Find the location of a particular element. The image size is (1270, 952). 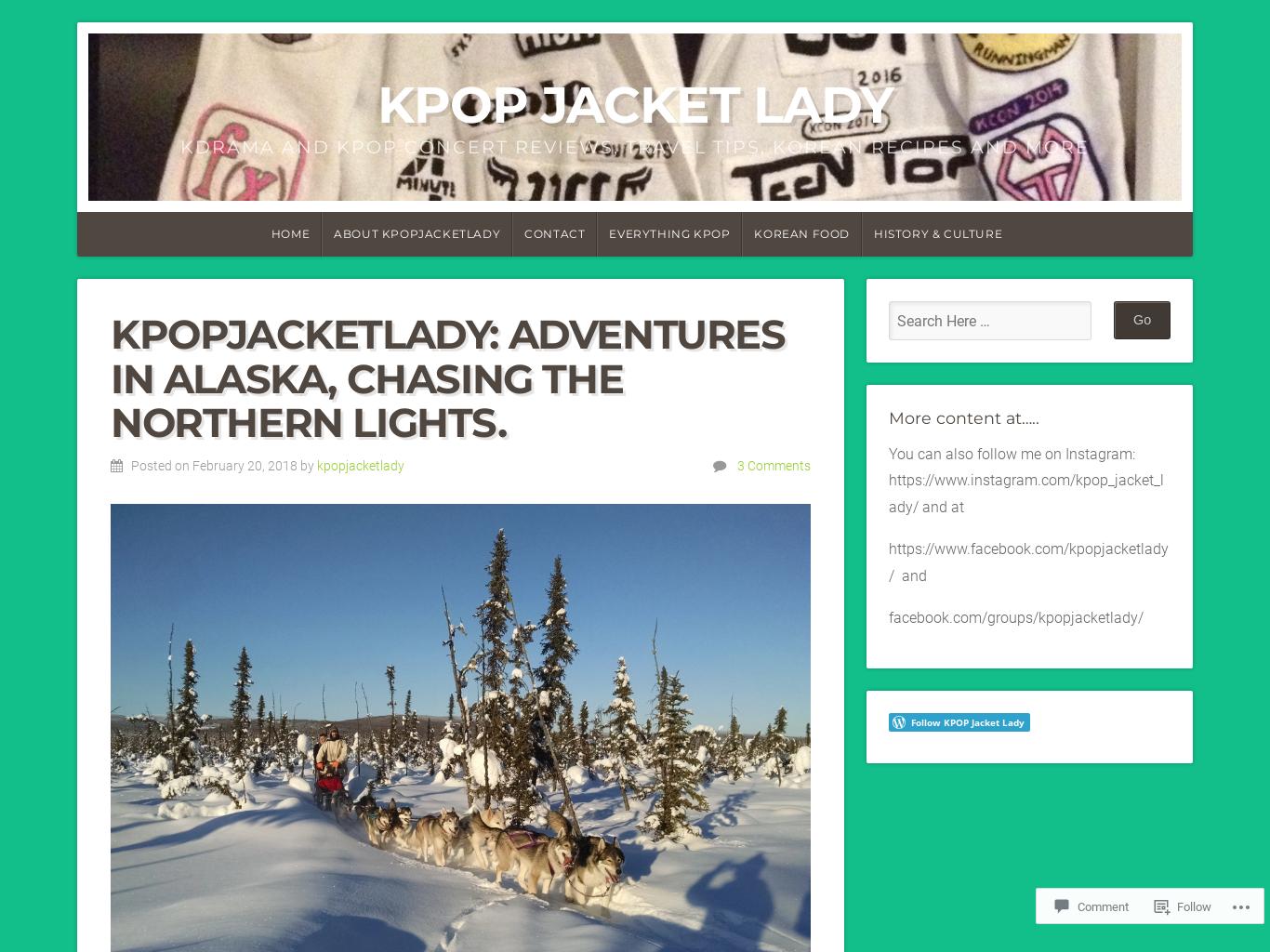

'Posted on February 20, 2018' is located at coordinates (214, 464).